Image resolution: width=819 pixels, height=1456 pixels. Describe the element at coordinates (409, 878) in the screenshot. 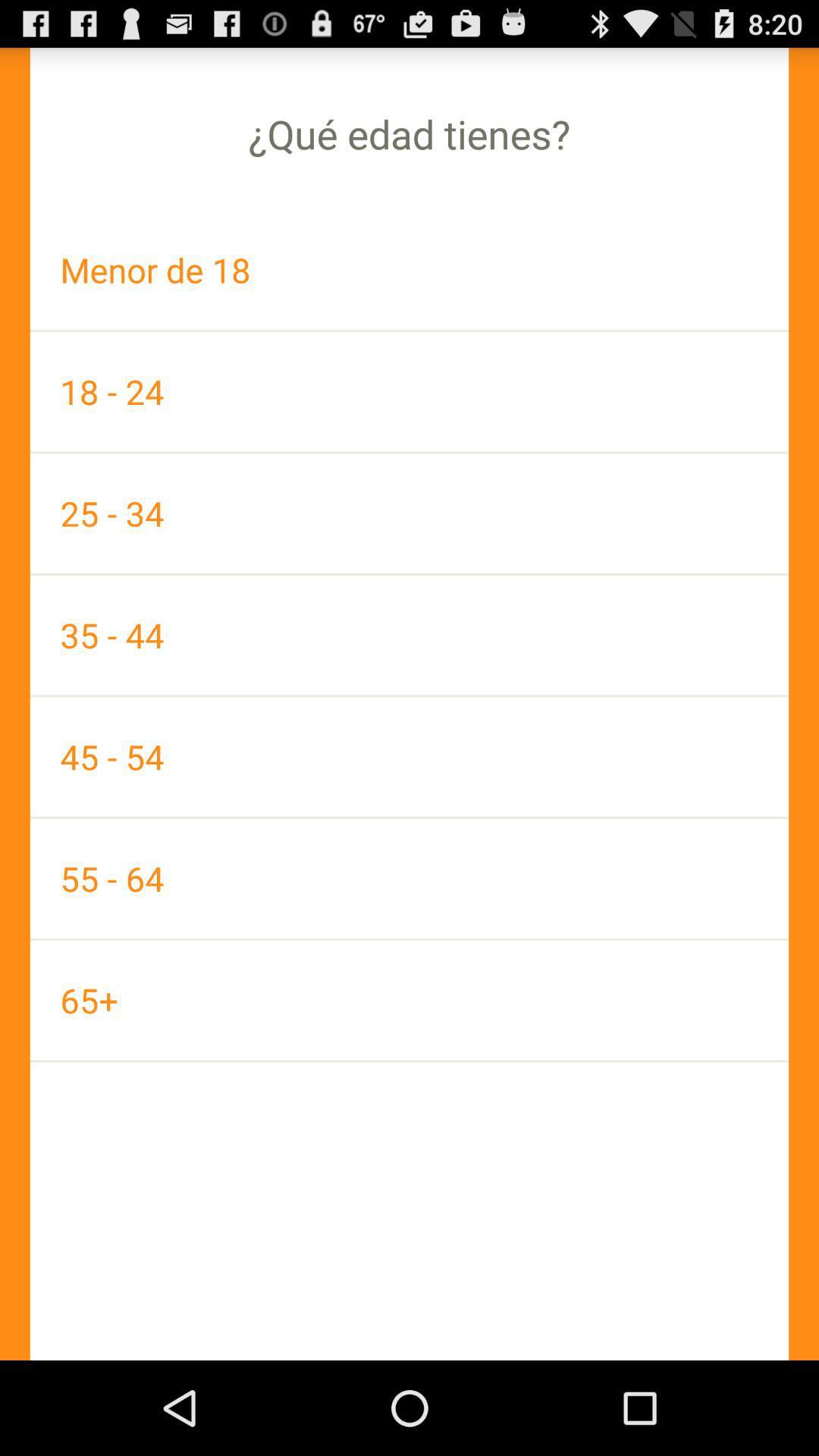

I see `the icon below 45 - 54` at that location.